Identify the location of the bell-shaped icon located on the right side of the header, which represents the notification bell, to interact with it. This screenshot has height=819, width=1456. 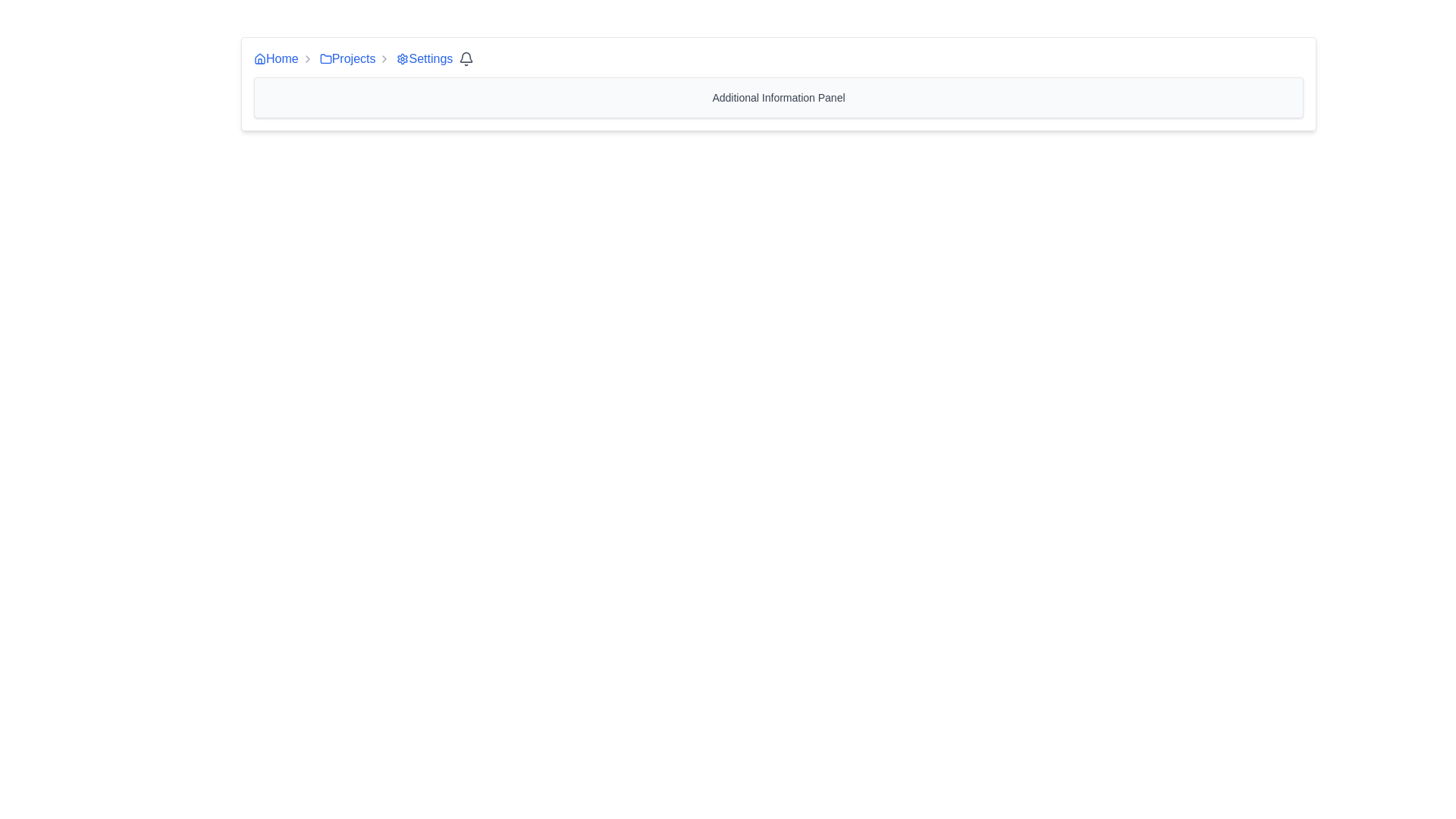
(466, 56).